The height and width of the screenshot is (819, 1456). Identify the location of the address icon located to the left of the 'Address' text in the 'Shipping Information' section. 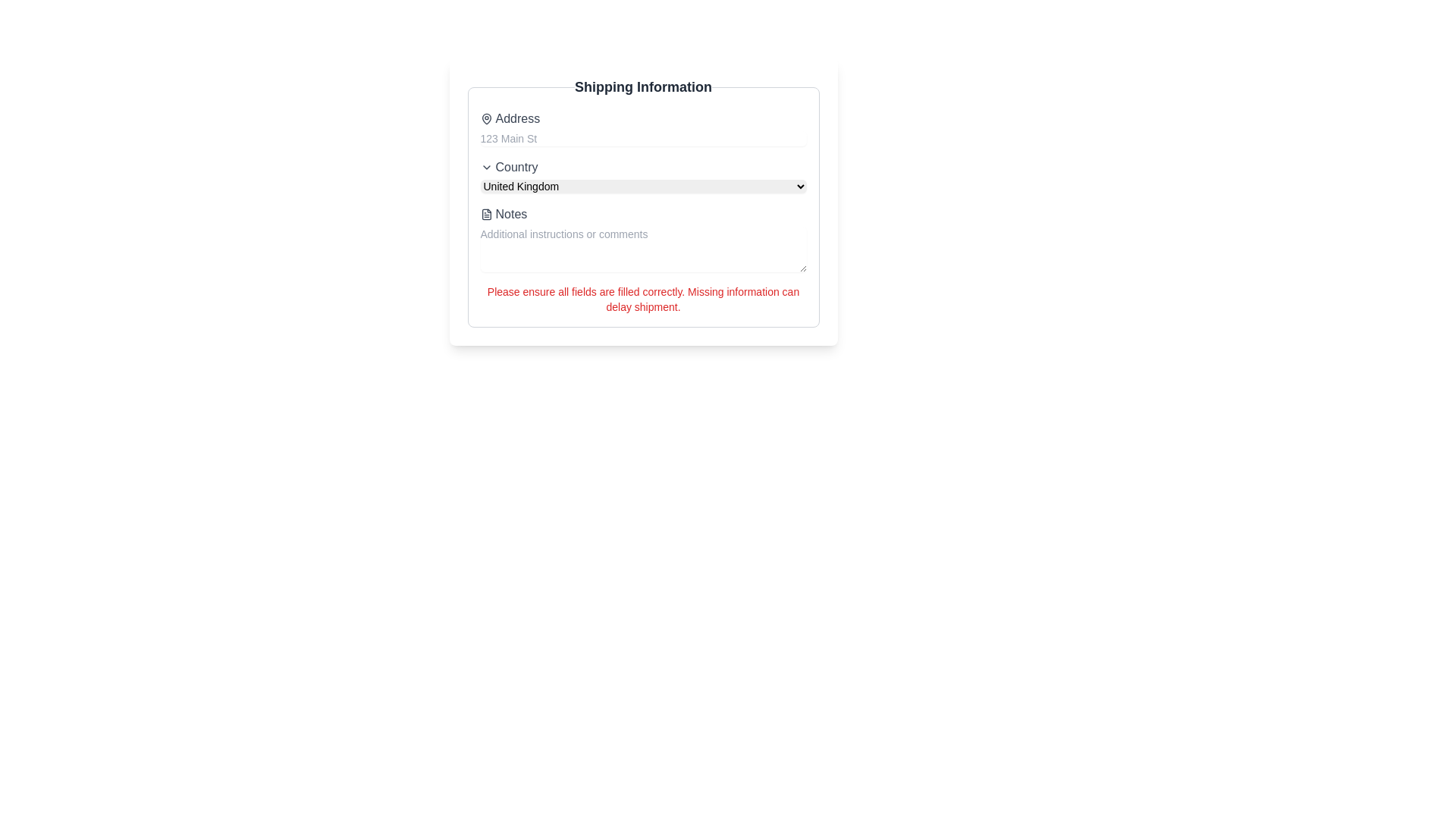
(486, 118).